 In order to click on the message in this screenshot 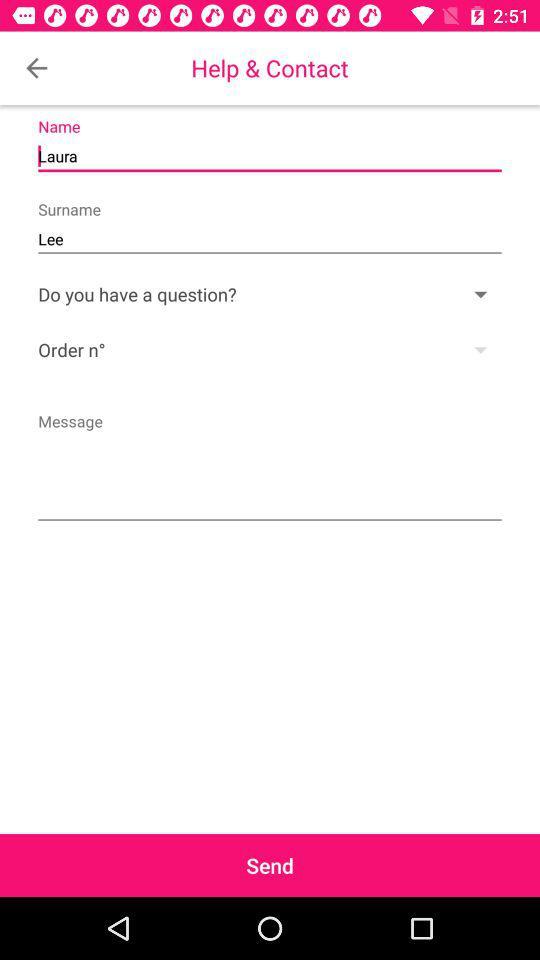, I will do `click(270, 465)`.